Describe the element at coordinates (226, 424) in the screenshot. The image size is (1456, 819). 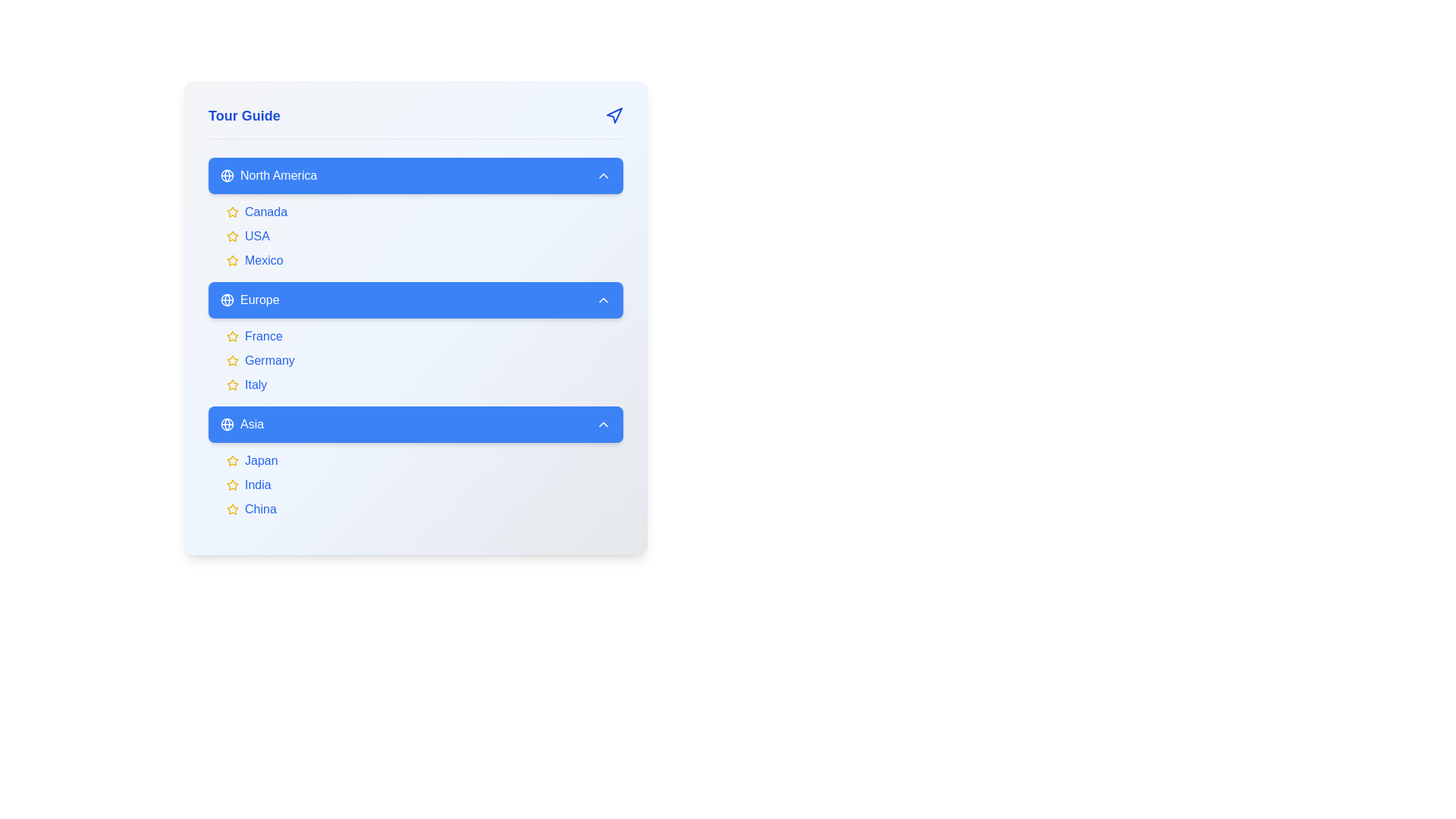
I see `the 'Asia' section icon, which is visually identifiable within the blue selection box and positioned to the left of the word 'Asia'` at that location.